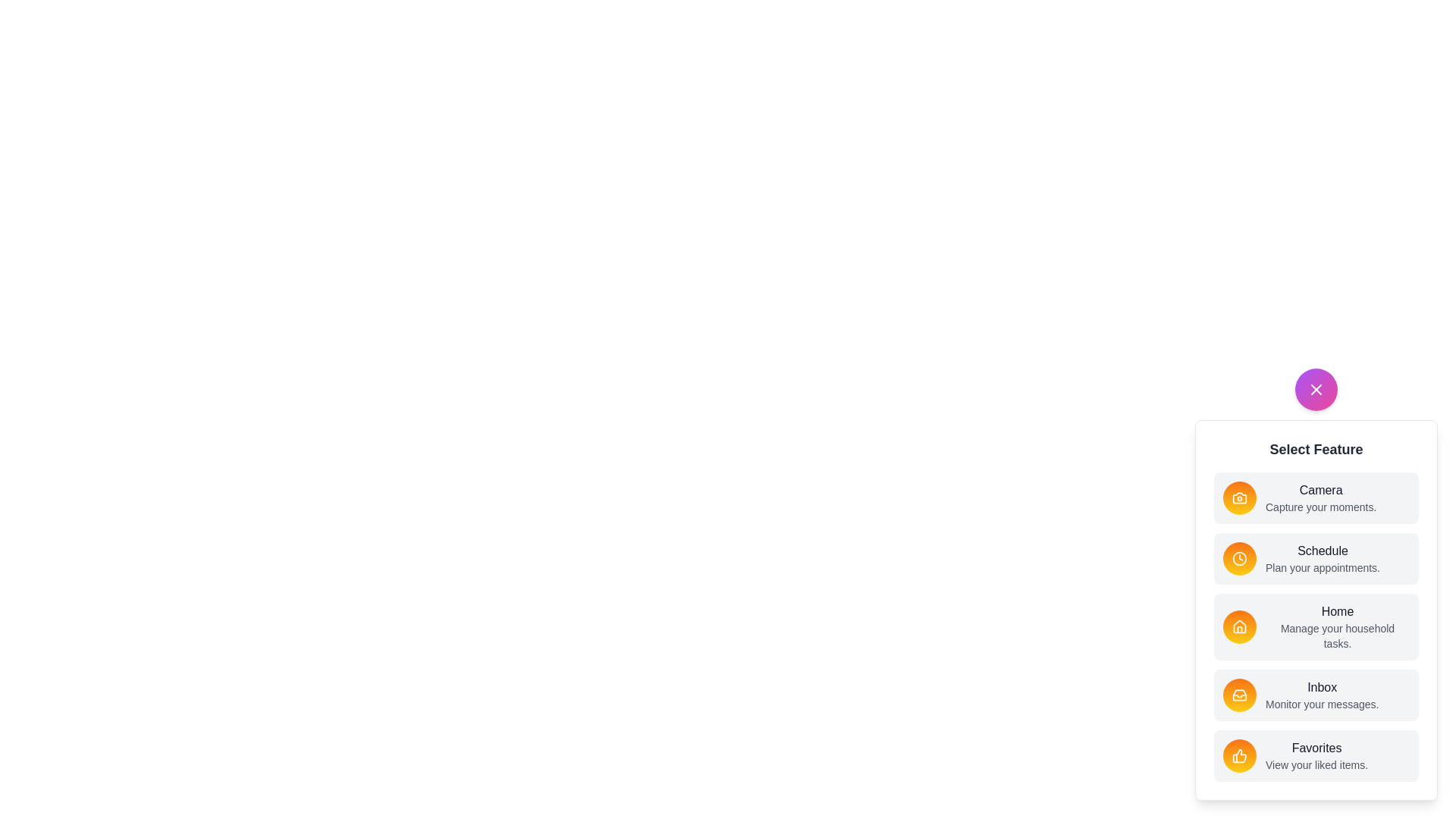 The height and width of the screenshot is (819, 1456). What do you see at coordinates (1240, 497) in the screenshot?
I see `the feature corresponding to Camera` at bounding box center [1240, 497].